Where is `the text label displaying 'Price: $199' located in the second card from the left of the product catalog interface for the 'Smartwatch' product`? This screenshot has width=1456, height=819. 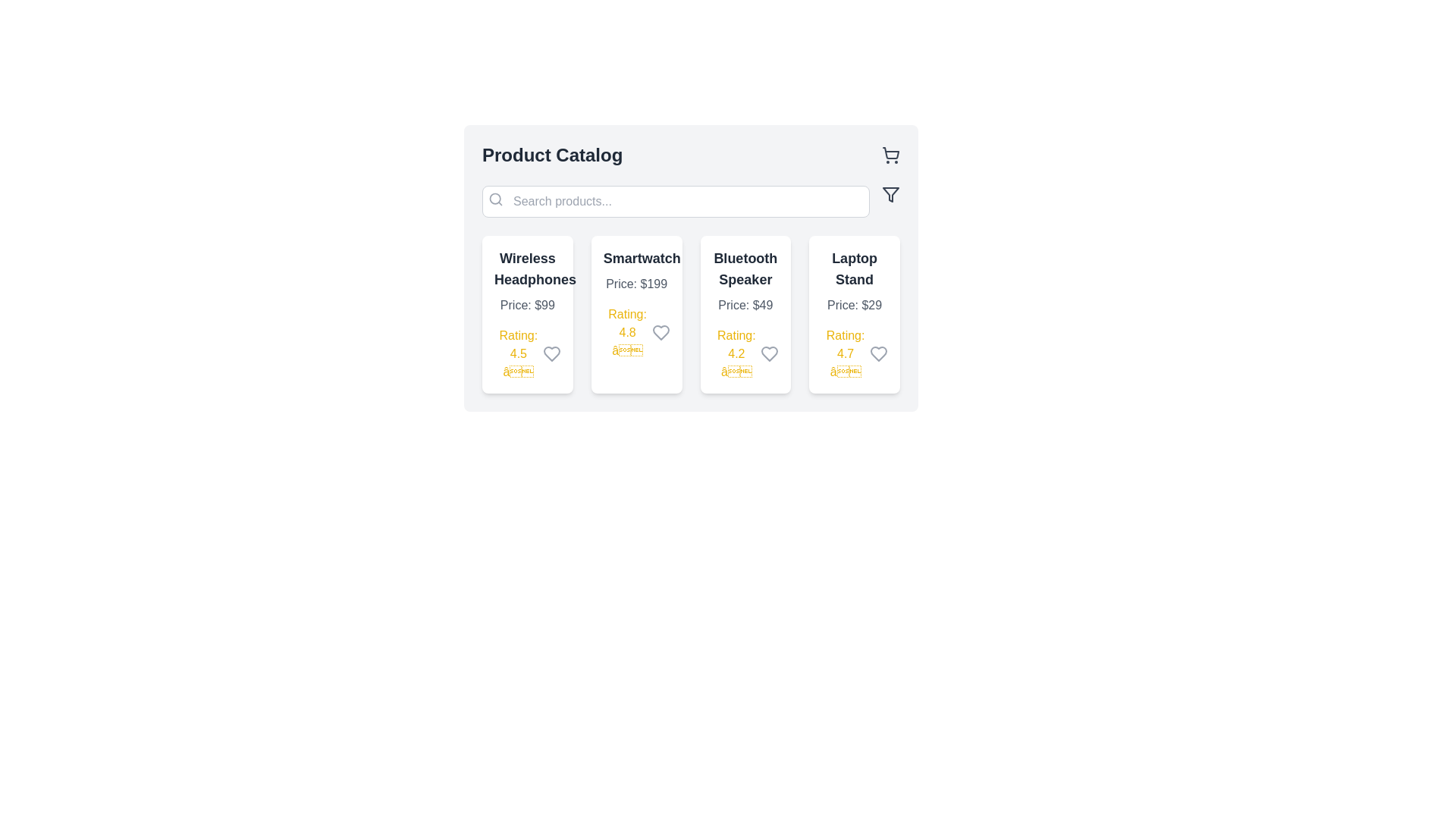 the text label displaying 'Price: $199' located in the second card from the left of the product catalog interface for the 'Smartwatch' product is located at coordinates (636, 284).